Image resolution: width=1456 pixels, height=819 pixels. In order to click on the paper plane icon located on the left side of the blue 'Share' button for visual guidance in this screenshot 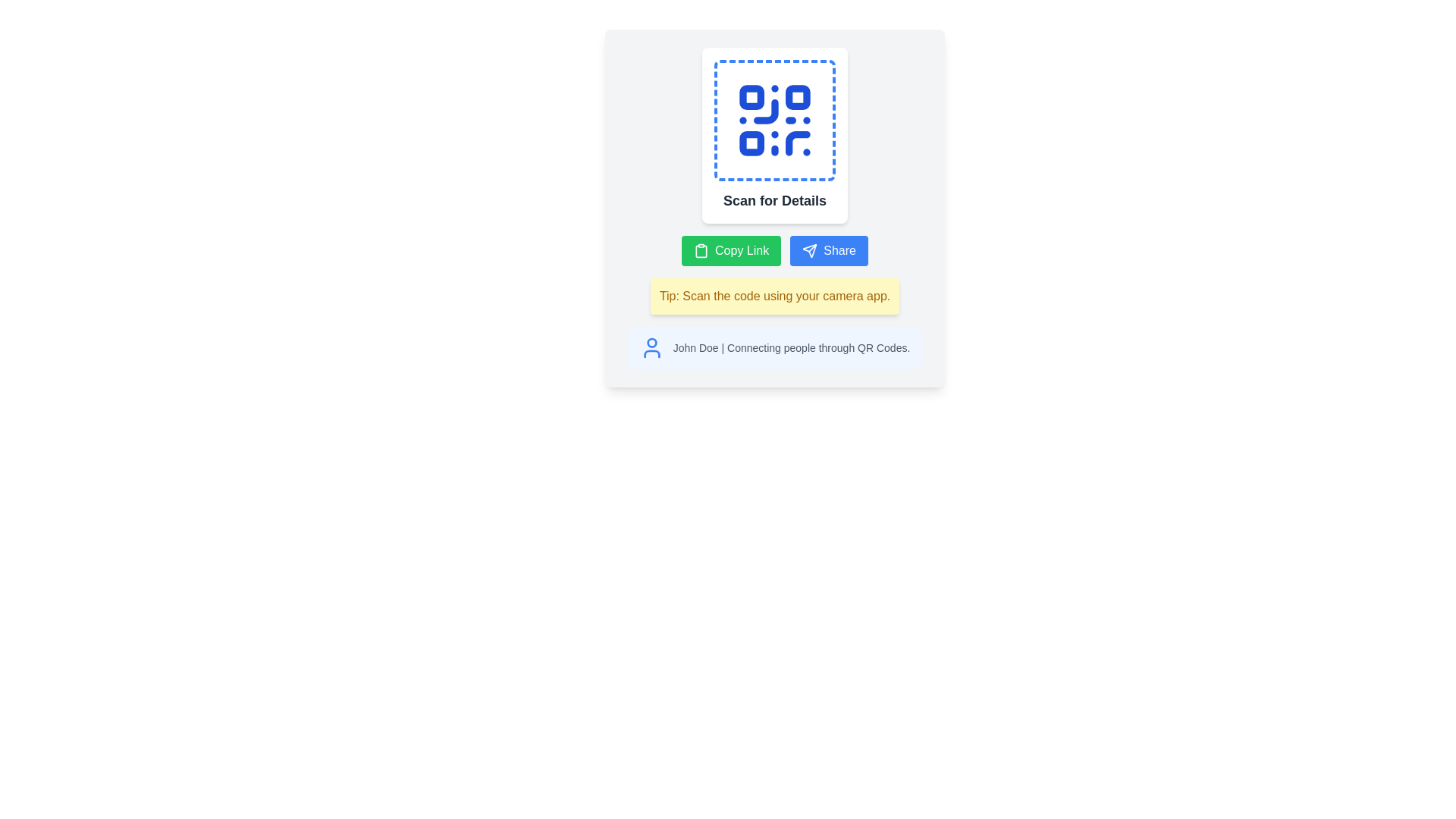, I will do `click(809, 250)`.